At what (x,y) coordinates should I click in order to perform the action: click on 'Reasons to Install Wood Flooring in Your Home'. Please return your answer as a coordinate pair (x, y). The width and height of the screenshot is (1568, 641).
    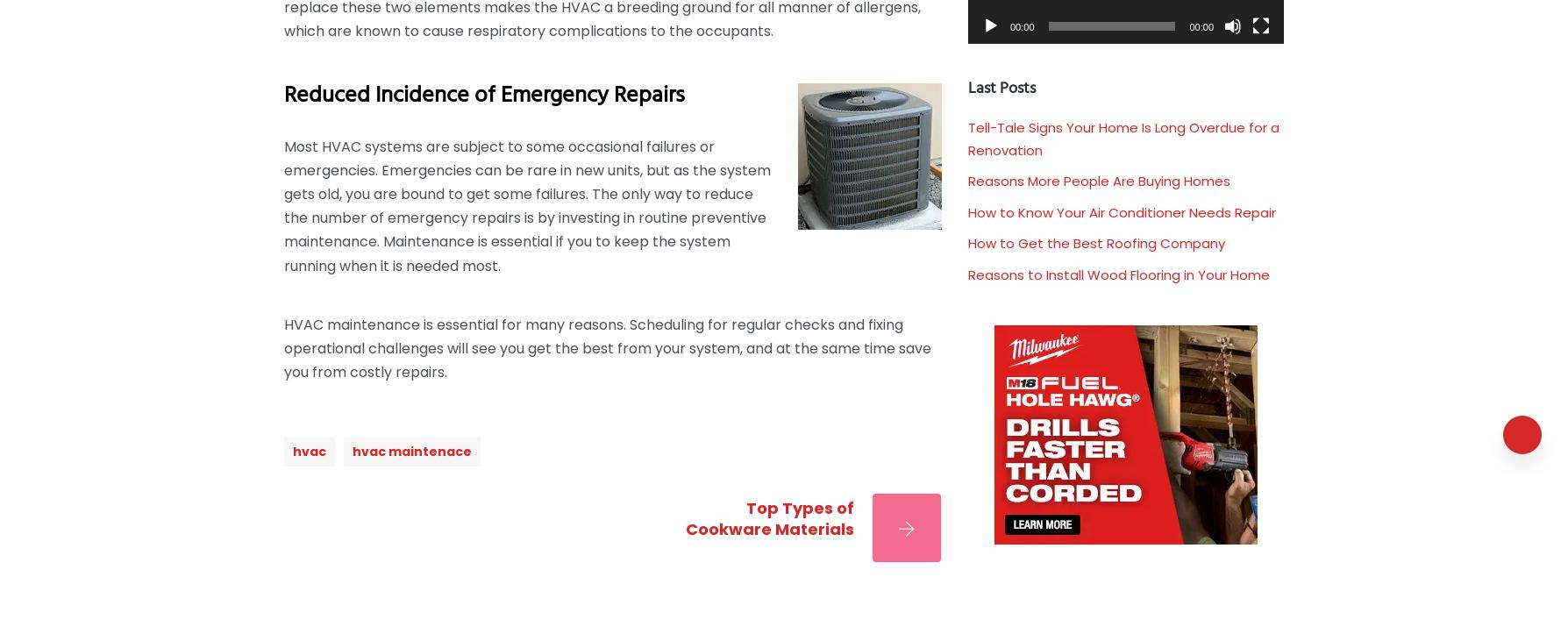
    Looking at the image, I should click on (1117, 273).